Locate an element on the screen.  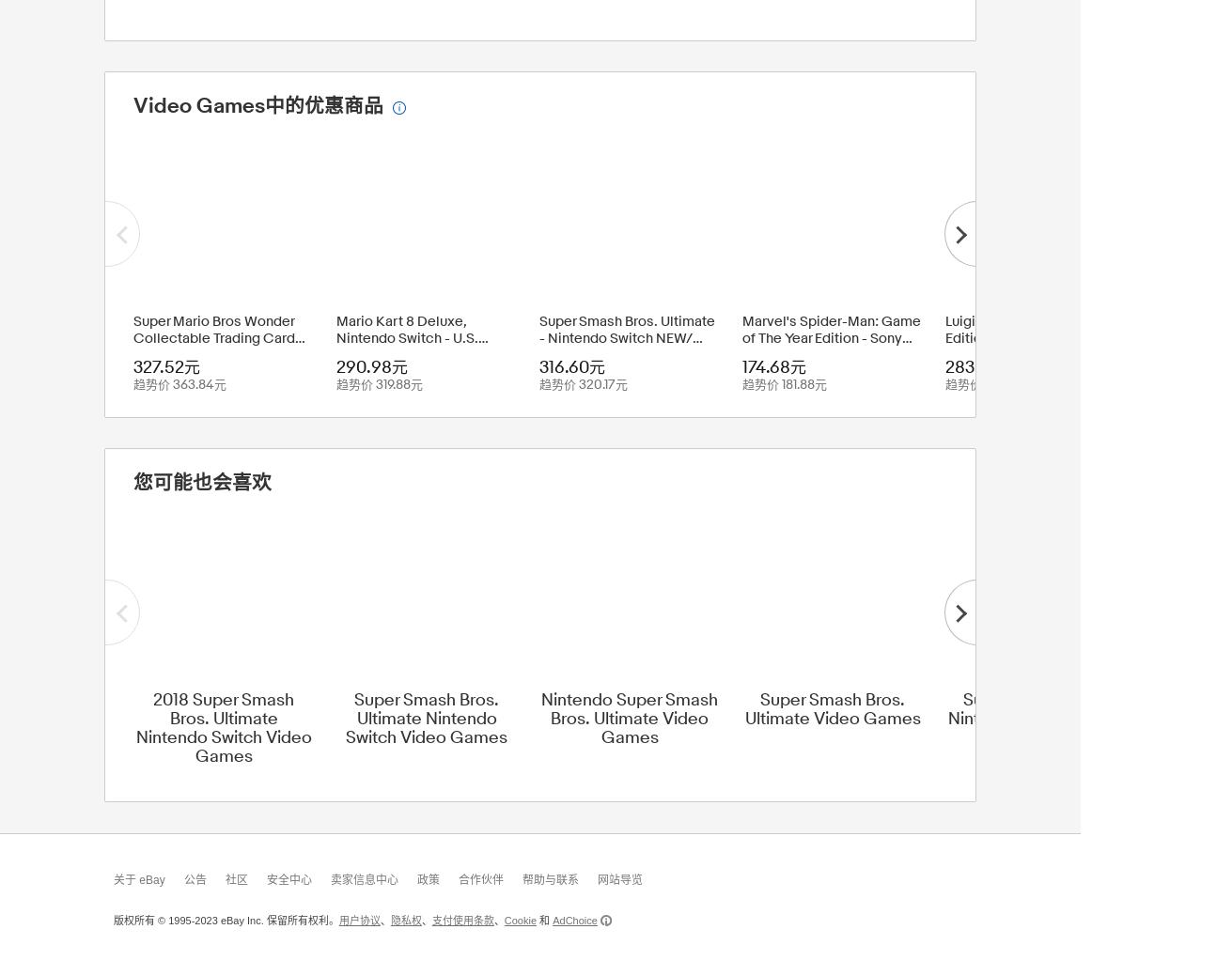
'Cookie' is located at coordinates (520, 920).